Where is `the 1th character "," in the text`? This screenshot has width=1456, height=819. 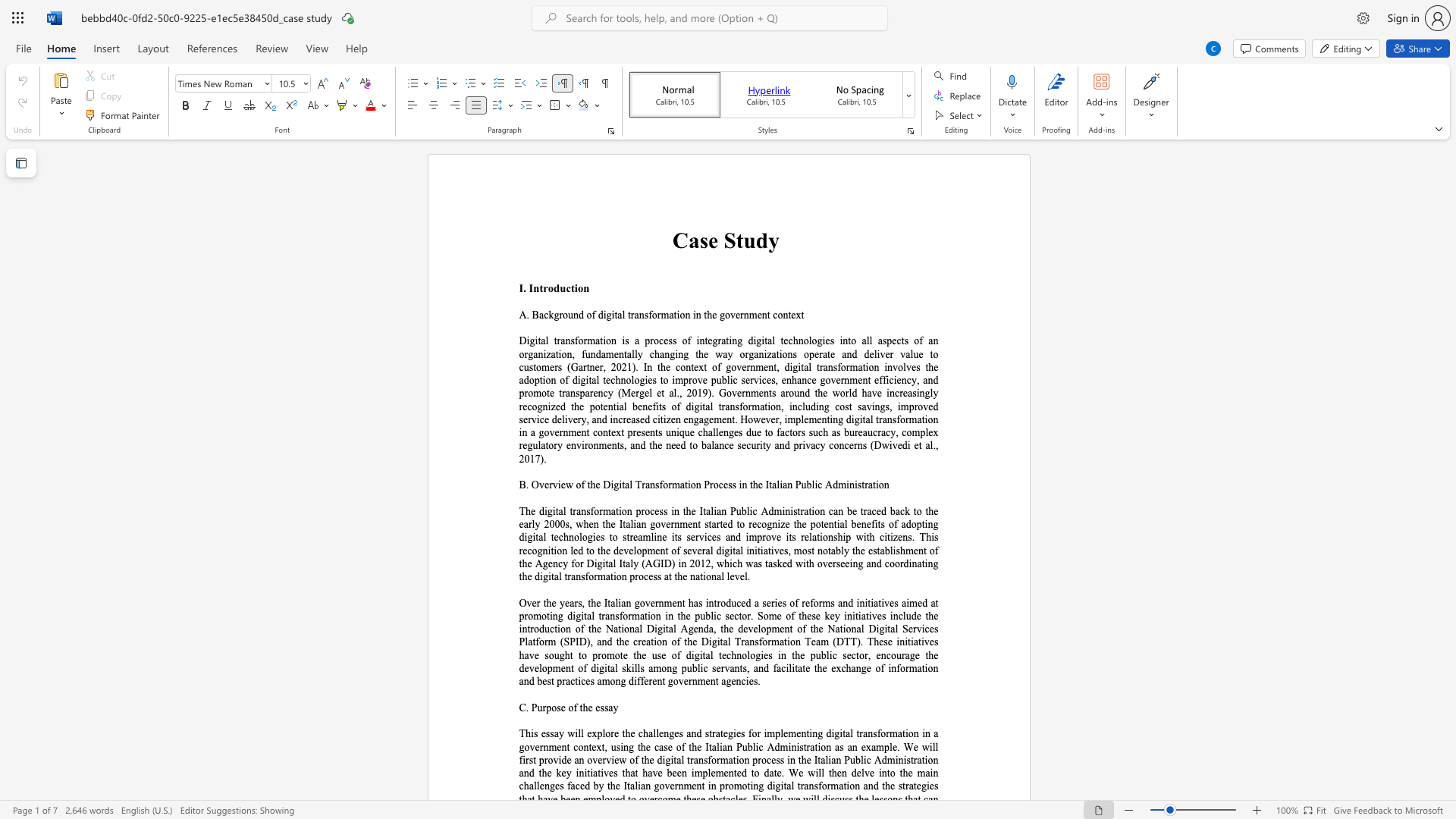 the 1th character "," in the text is located at coordinates (748, 667).